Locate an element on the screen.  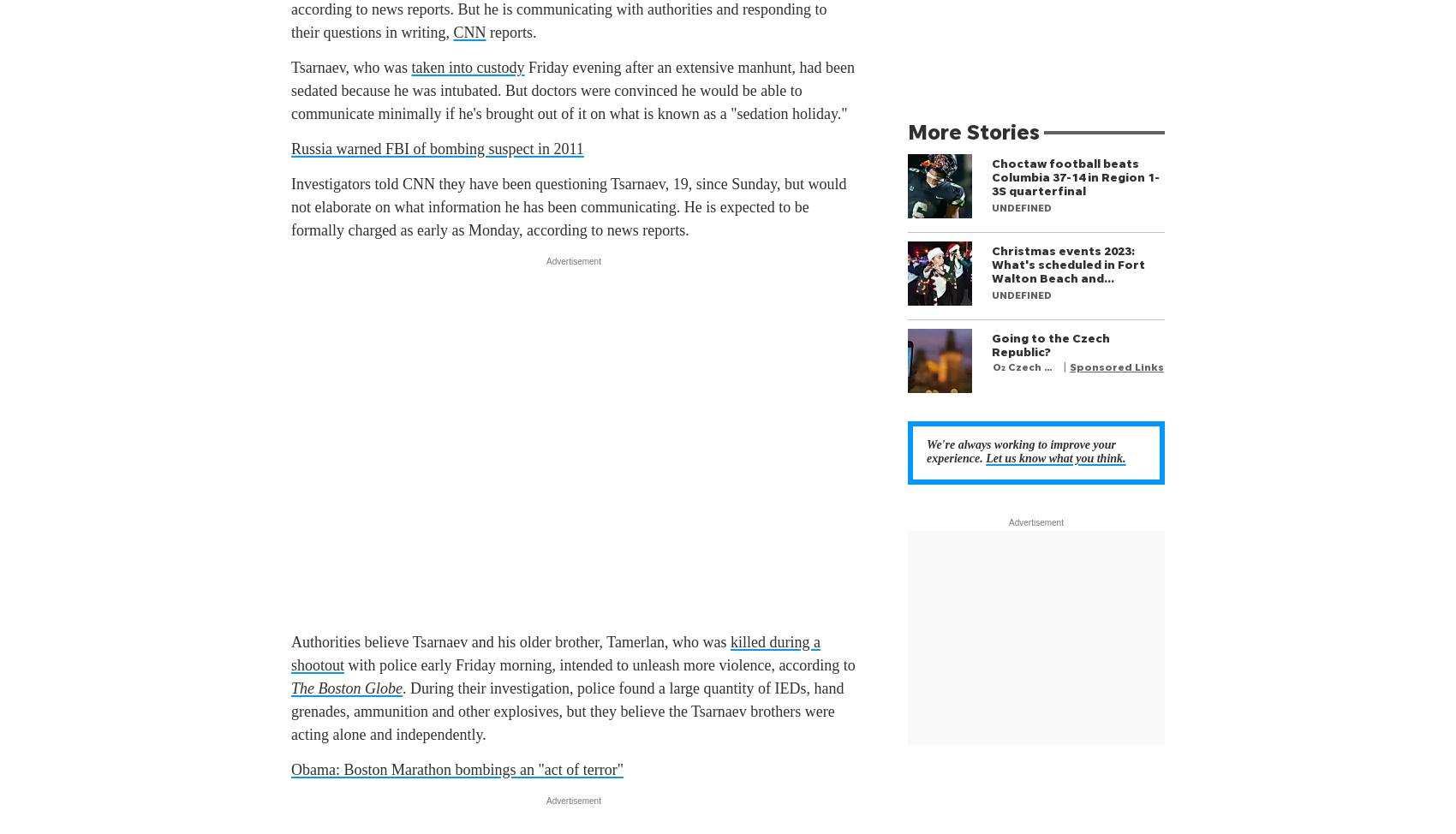
'CNN' is located at coordinates (468, 32).